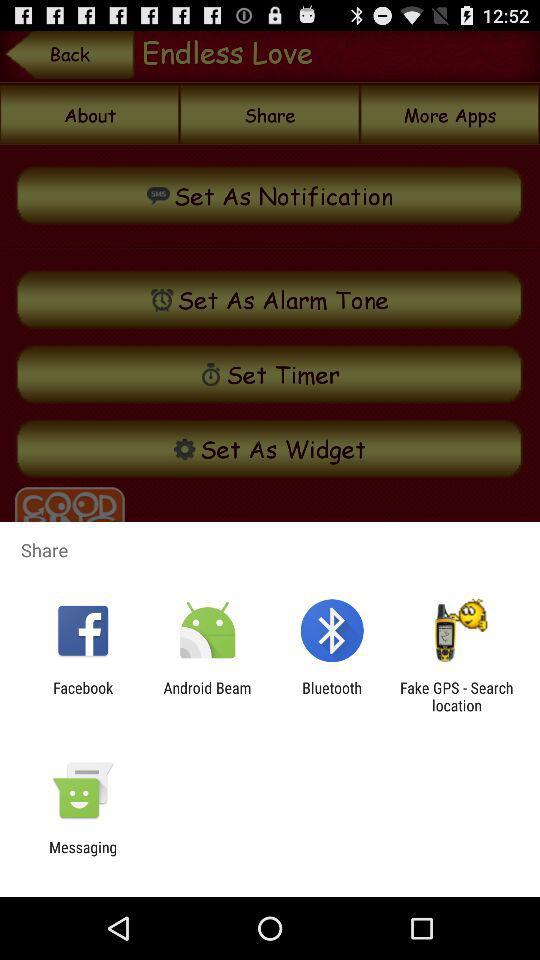 The height and width of the screenshot is (960, 540). Describe the element at coordinates (332, 696) in the screenshot. I see `icon next to the fake gps search app` at that location.